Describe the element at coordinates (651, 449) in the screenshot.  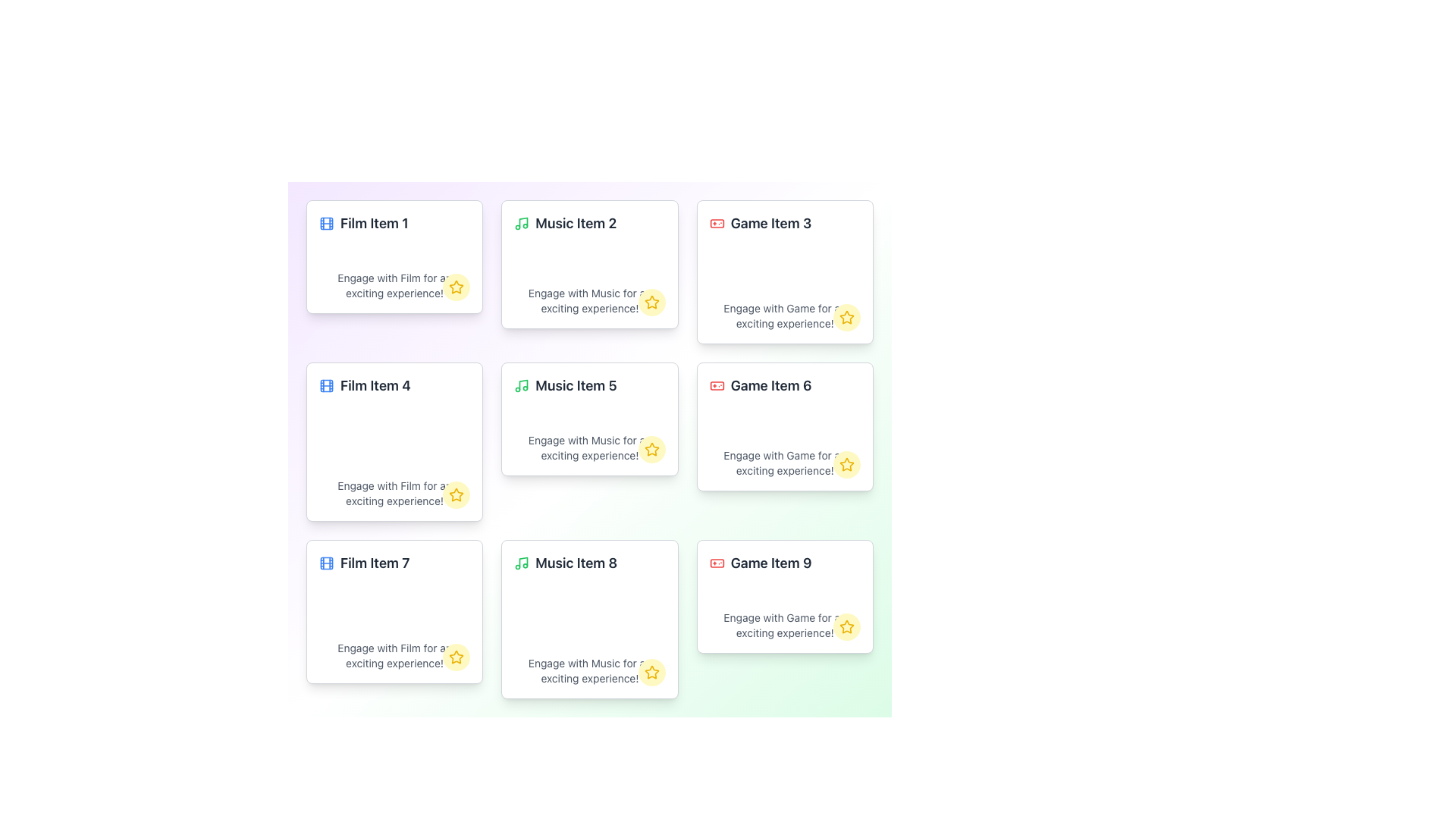
I see `the Icon button located in the bottom-right corner of the 'Music Item 5' card` at that location.